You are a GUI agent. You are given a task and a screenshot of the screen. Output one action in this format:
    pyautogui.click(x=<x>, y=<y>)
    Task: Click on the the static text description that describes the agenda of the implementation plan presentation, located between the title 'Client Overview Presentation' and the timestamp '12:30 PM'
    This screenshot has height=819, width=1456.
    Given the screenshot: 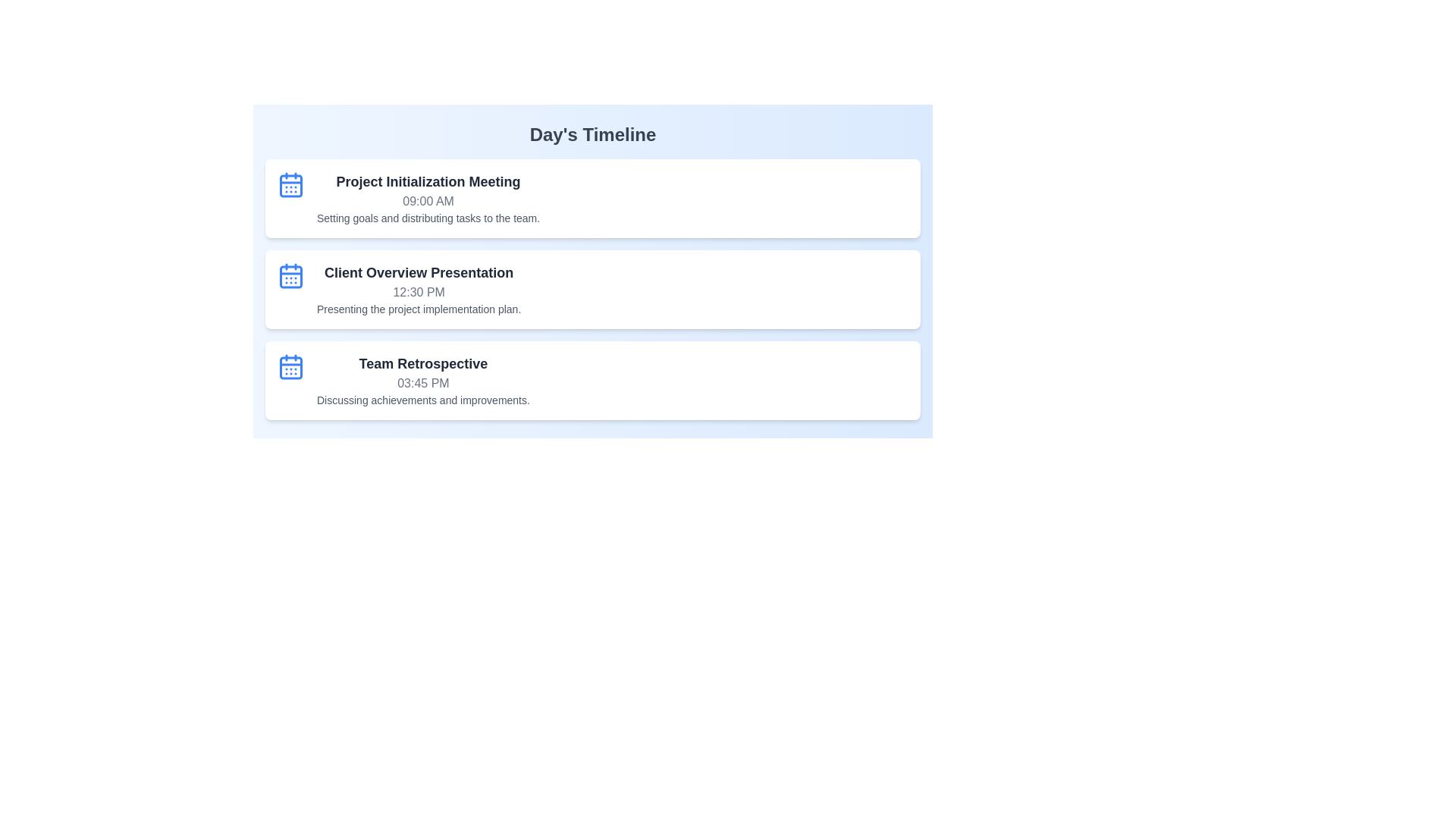 What is the action you would take?
    pyautogui.click(x=419, y=309)
    